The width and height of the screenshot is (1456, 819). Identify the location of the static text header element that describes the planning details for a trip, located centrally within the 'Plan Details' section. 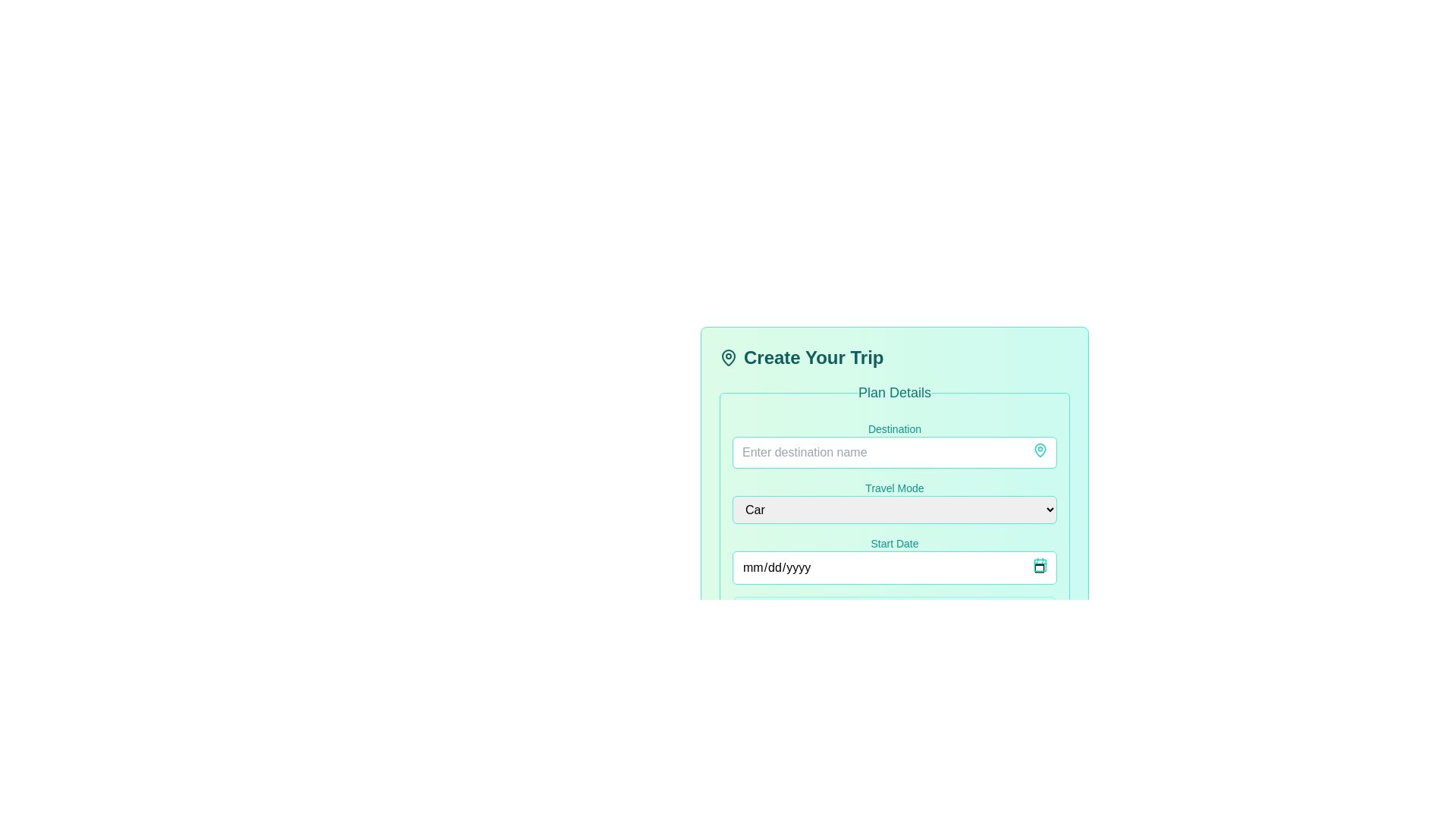
(895, 391).